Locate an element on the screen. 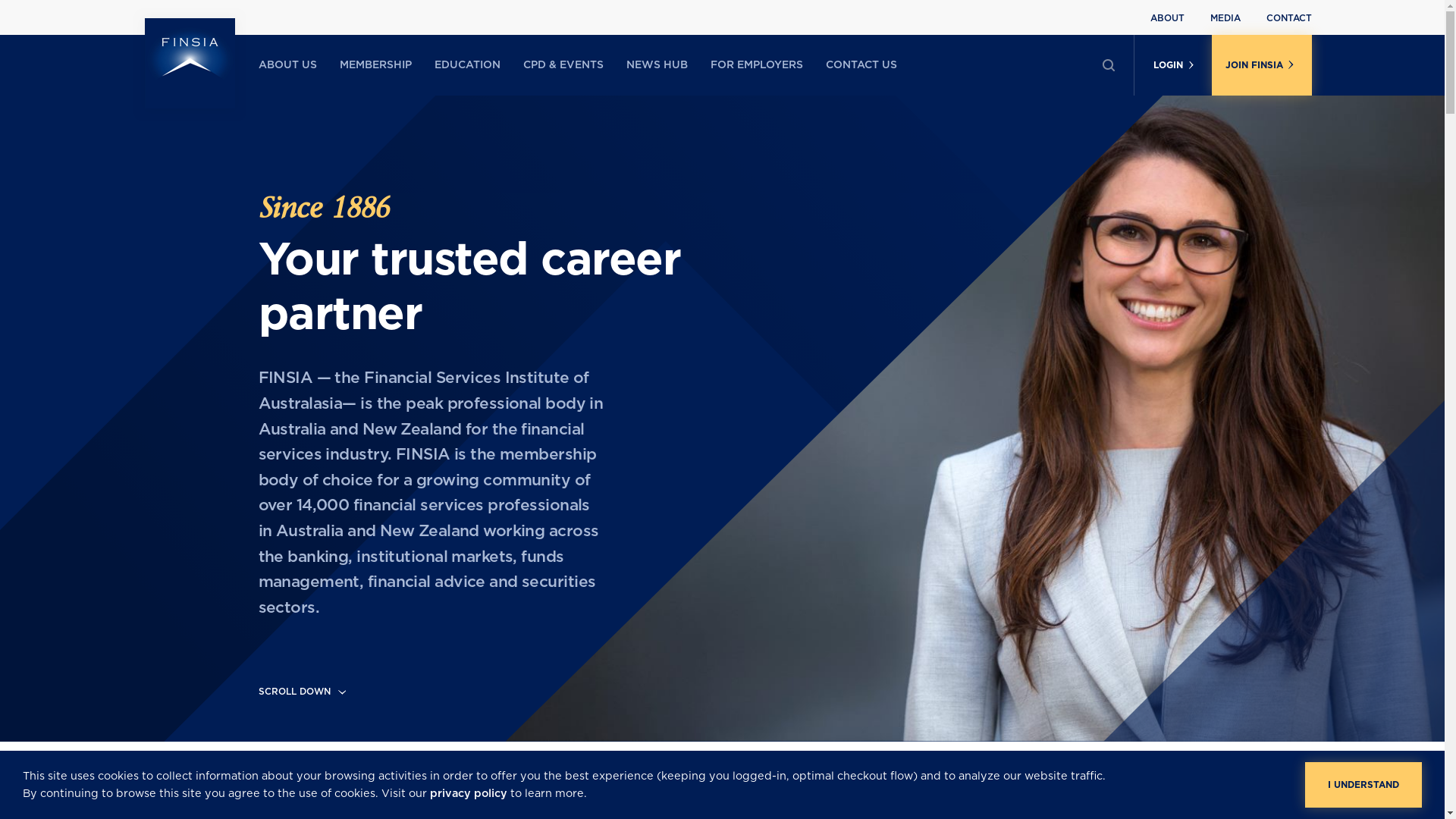 The image size is (1456, 819). 'CPD & EVENTS' is located at coordinates (563, 64).